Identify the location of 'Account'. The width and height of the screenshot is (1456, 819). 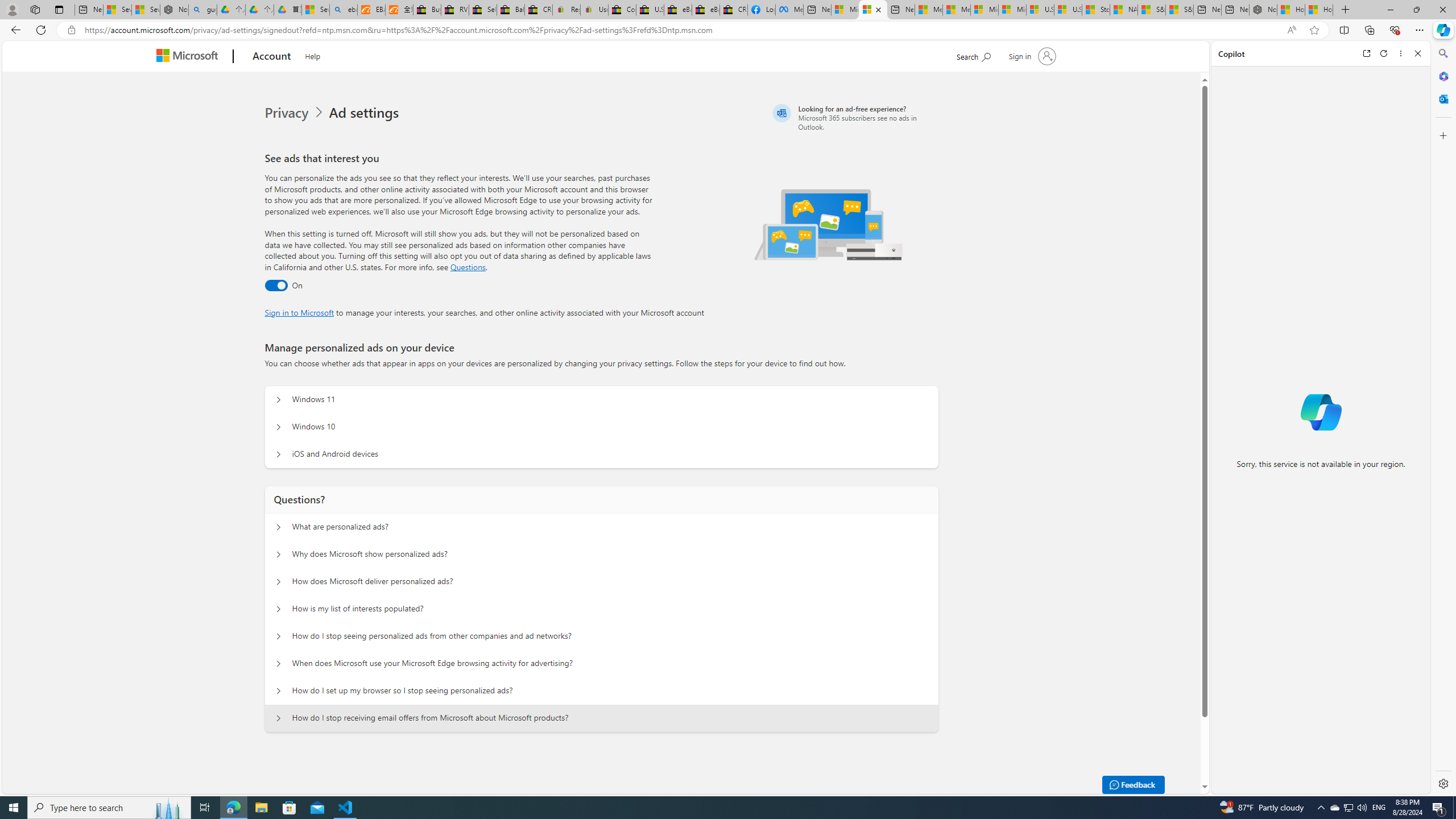
(271, 56).